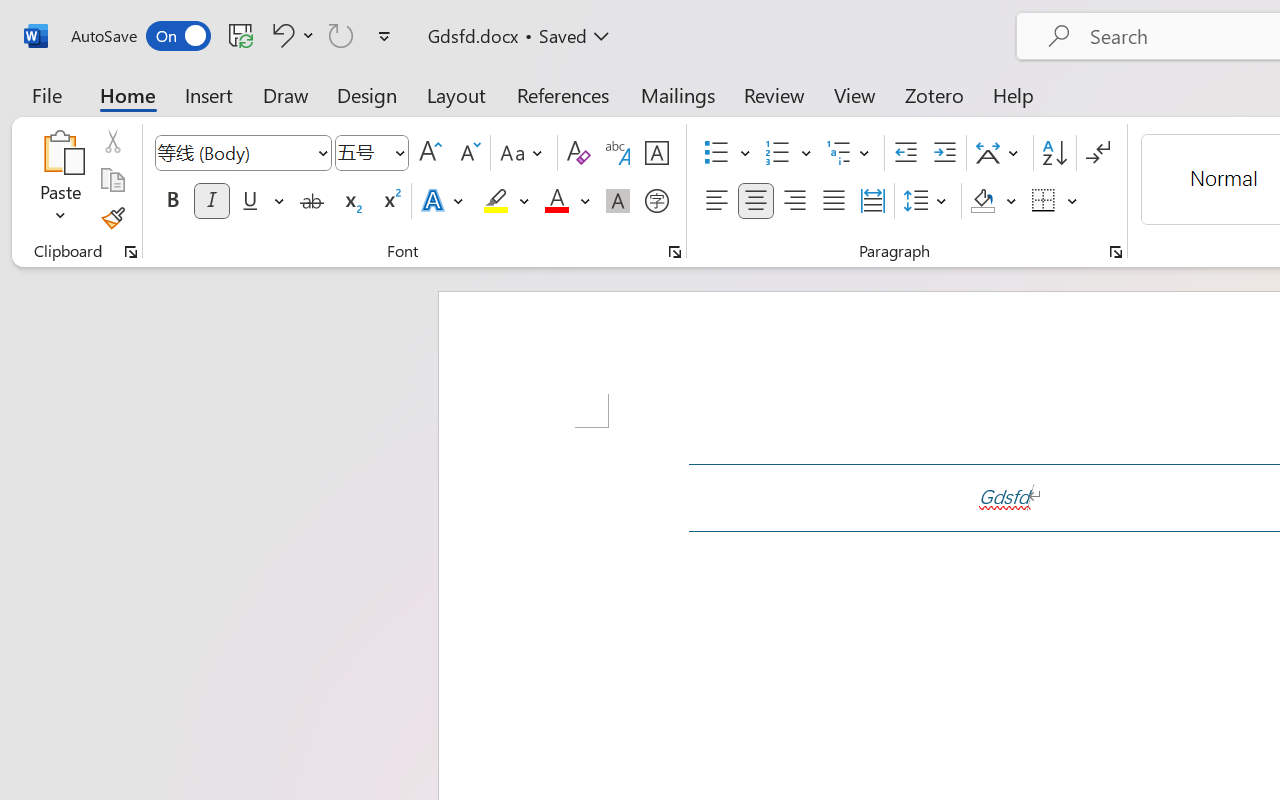 Image resolution: width=1280 pixels, height=800 pixels. Describe the element at coordinates (111, 179) in the screenshot. I see `'Copy'` at that location.